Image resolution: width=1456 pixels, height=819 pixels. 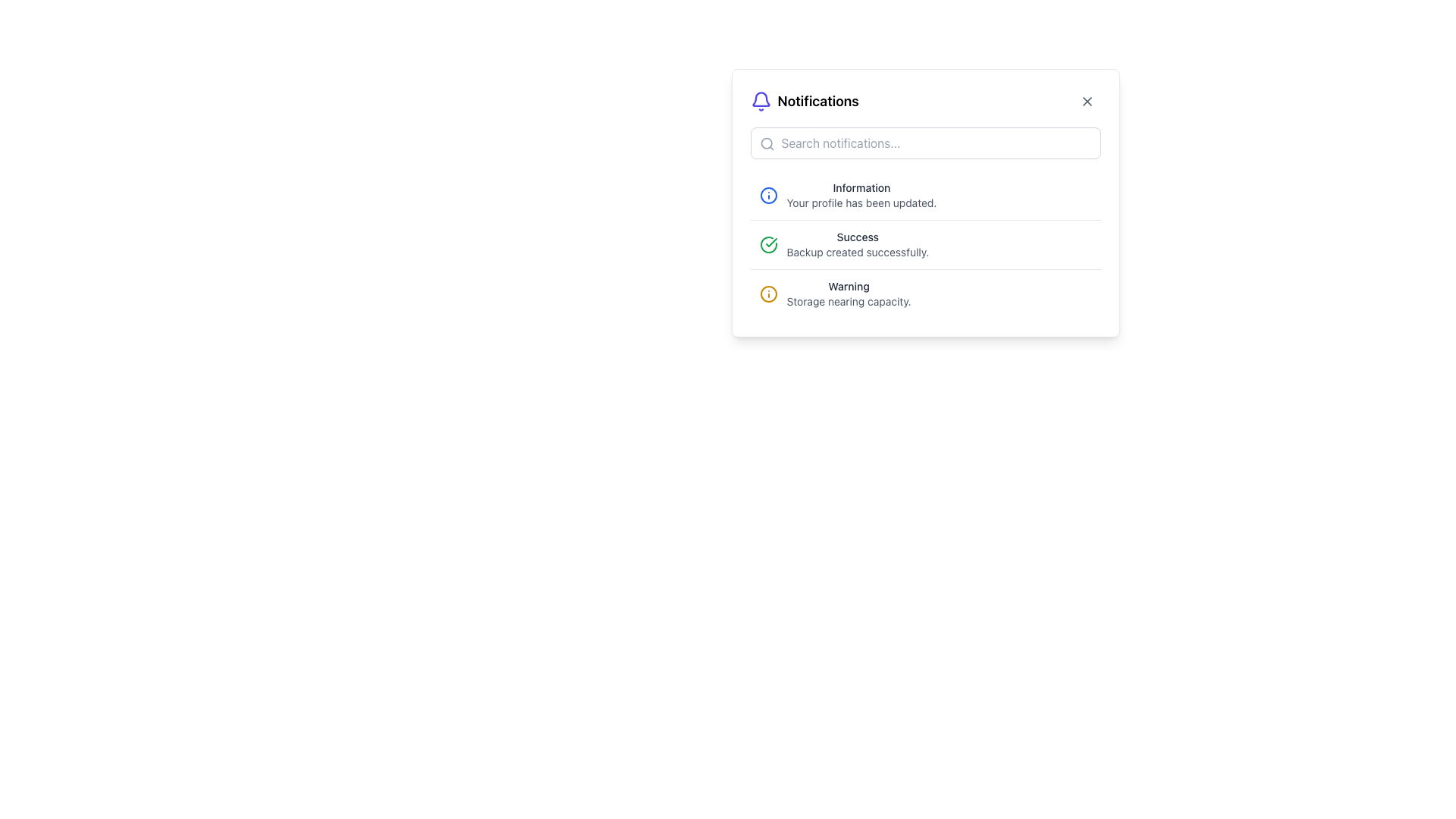 I want to click on the Text label providing a detailed explanation of the storage capacity warning, located below the 'Warning' title in the notification card, so click(x=848, y=301).